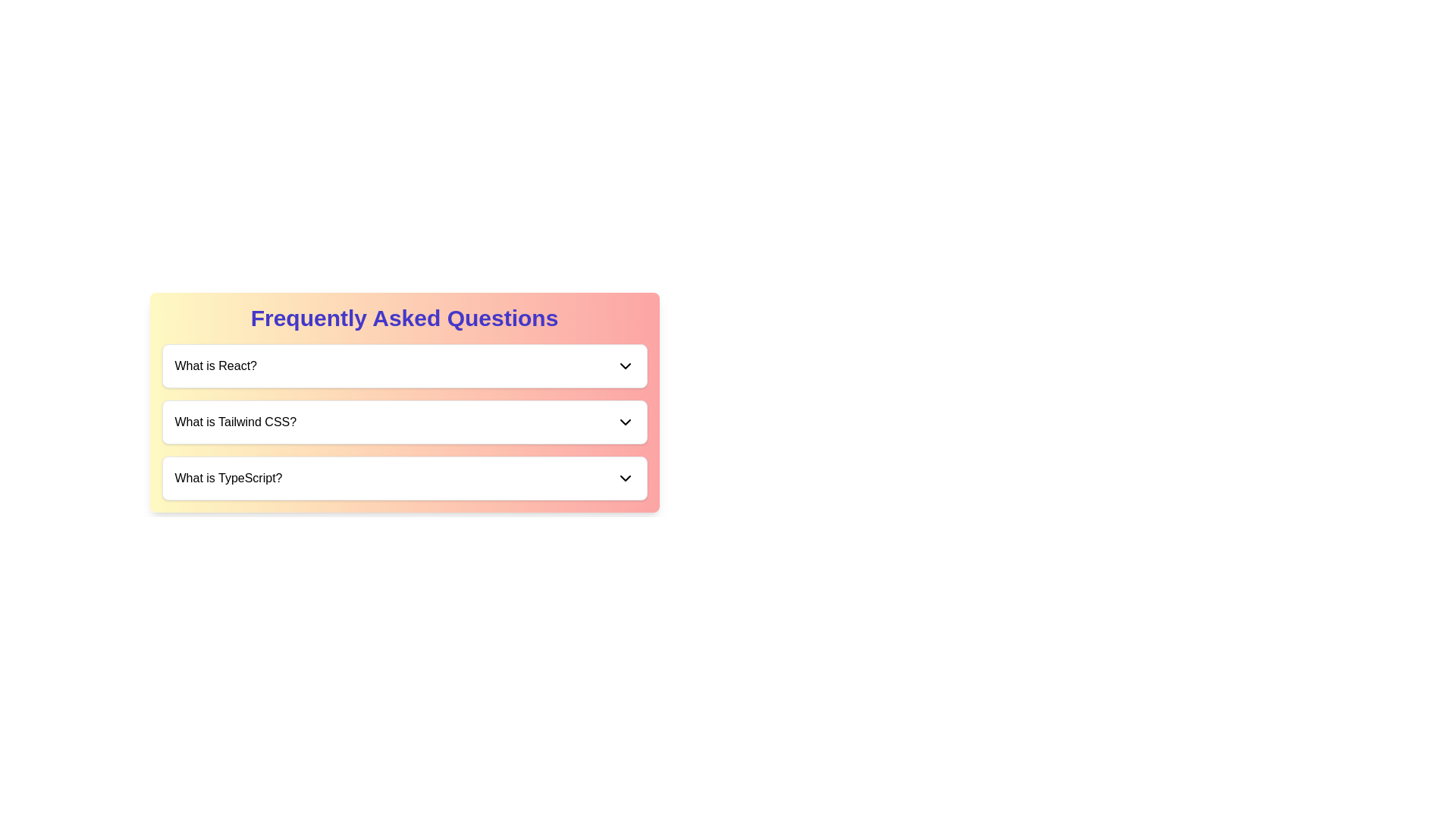 The height and width of the screenshot is (819, 1456). Describe the element at coordinates (404, 479) in the screenshot. I see `the third Accordion Header in the Frequently Asked Questions section` at that location.